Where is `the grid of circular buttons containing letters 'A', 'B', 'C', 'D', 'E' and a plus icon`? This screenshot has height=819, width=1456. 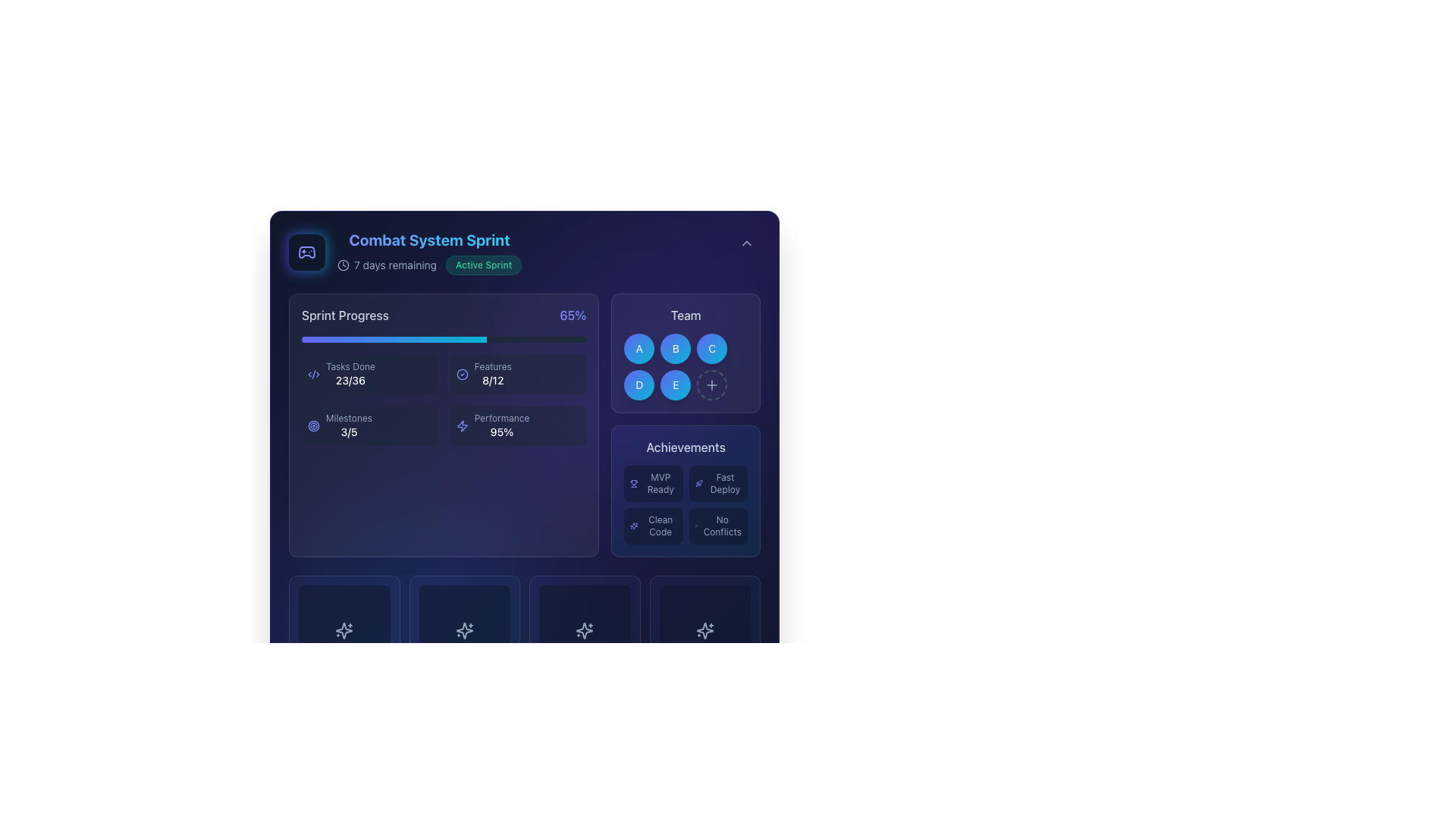 the grid of circular buttons containing letters 'A', 'B', 'C', 'D', 'E' and a plus icon is located at coordinates (685, 366).